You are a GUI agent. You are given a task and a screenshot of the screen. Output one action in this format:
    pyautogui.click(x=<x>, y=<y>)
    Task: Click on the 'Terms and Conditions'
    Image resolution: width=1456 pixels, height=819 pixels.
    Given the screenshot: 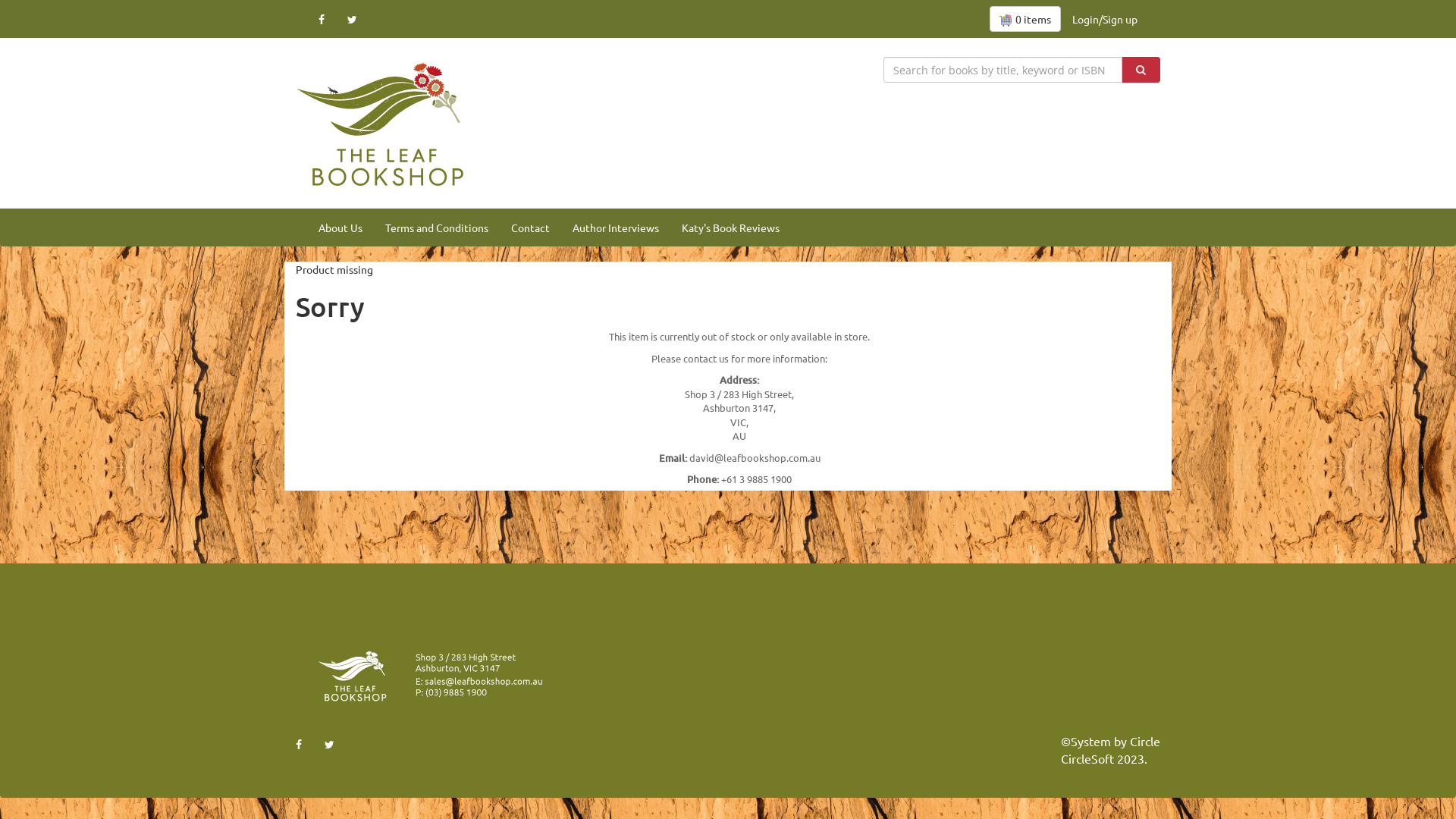 What is the action you would take?
    pyautogui.click(x=436, y=227)
    